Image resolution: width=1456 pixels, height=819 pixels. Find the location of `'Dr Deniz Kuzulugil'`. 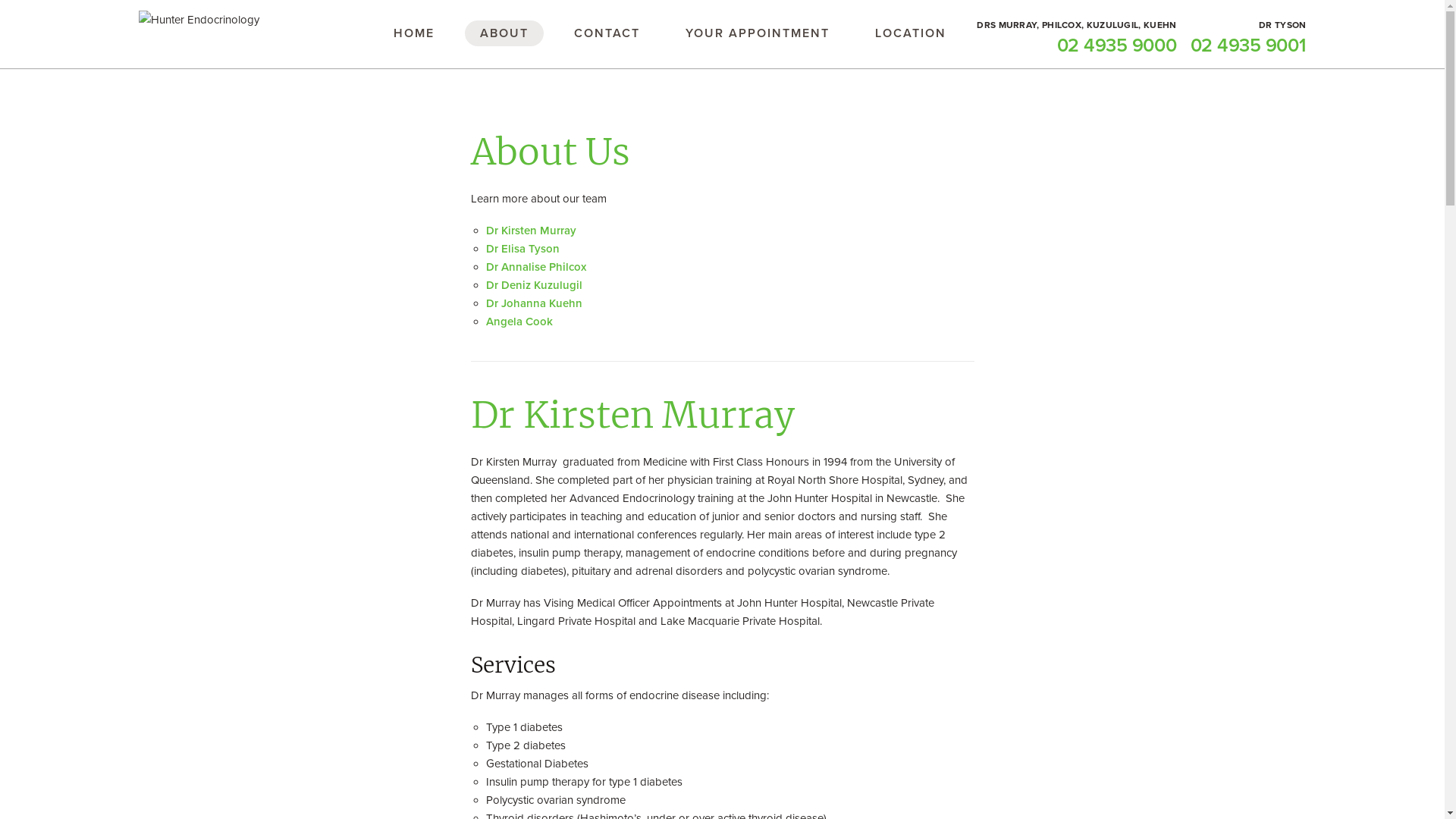

'Dr Deniz Kuzulugil' is located at coordinates (533, 284).